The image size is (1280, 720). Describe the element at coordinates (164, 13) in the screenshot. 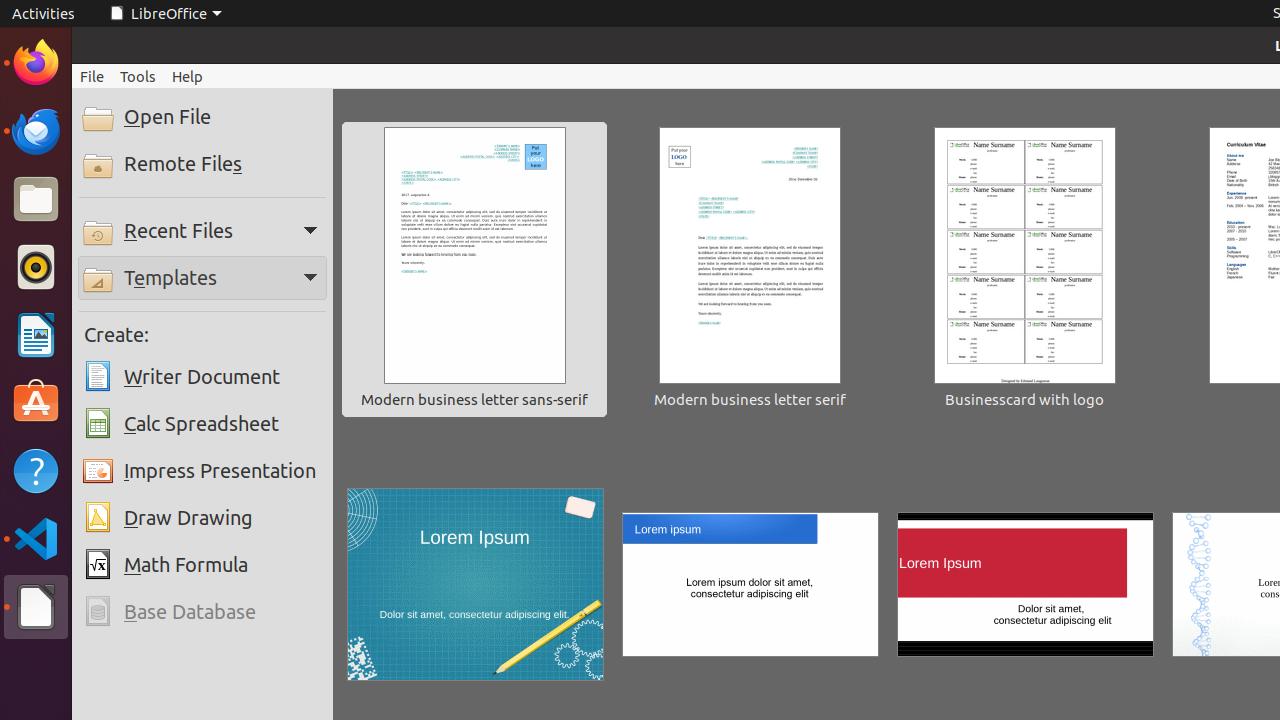

I see `'LibreOffice'` at that location.